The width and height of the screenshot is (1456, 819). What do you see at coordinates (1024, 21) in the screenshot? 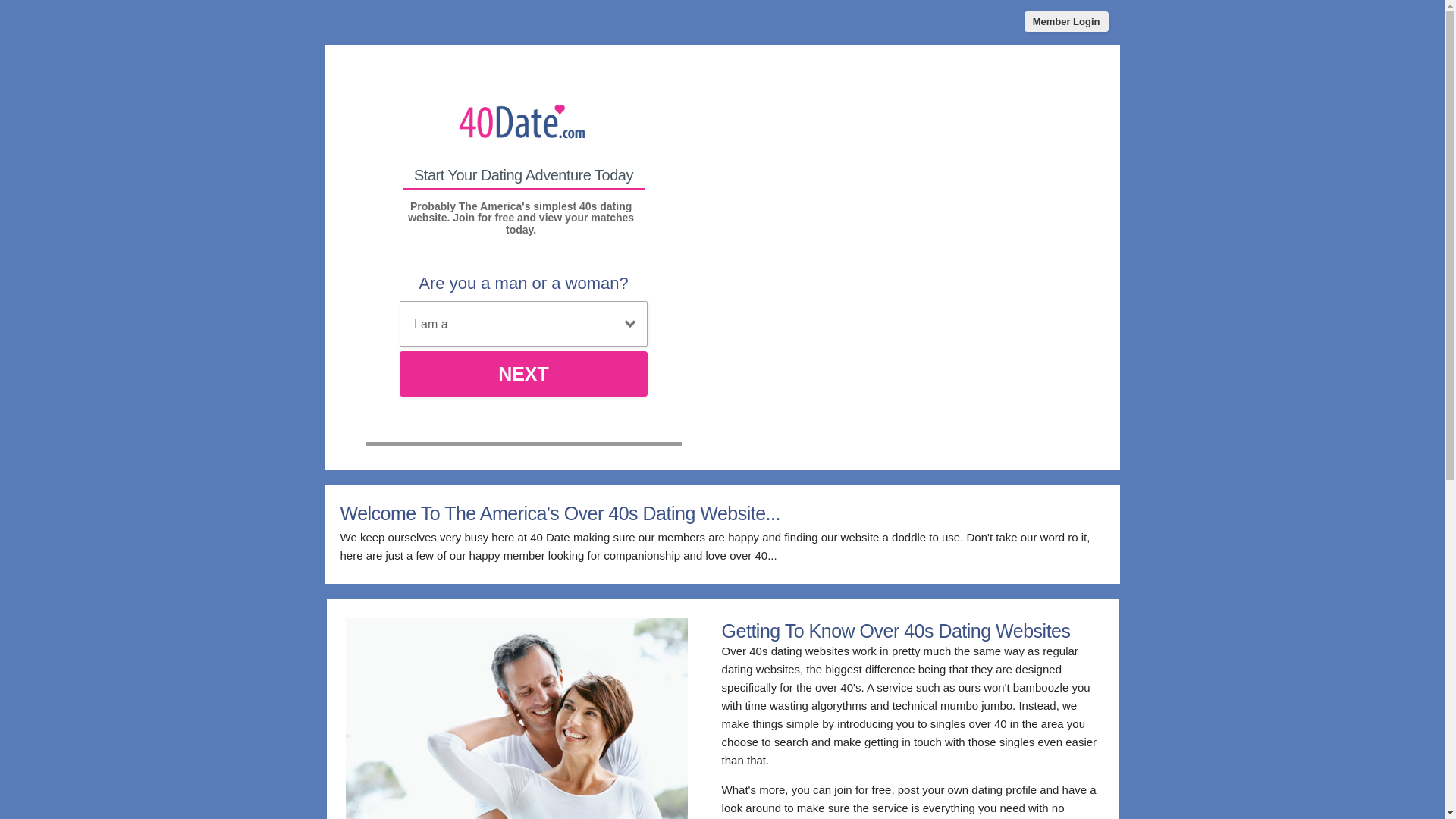
I see `'Member Login'` at bounding box center [1024, 21].